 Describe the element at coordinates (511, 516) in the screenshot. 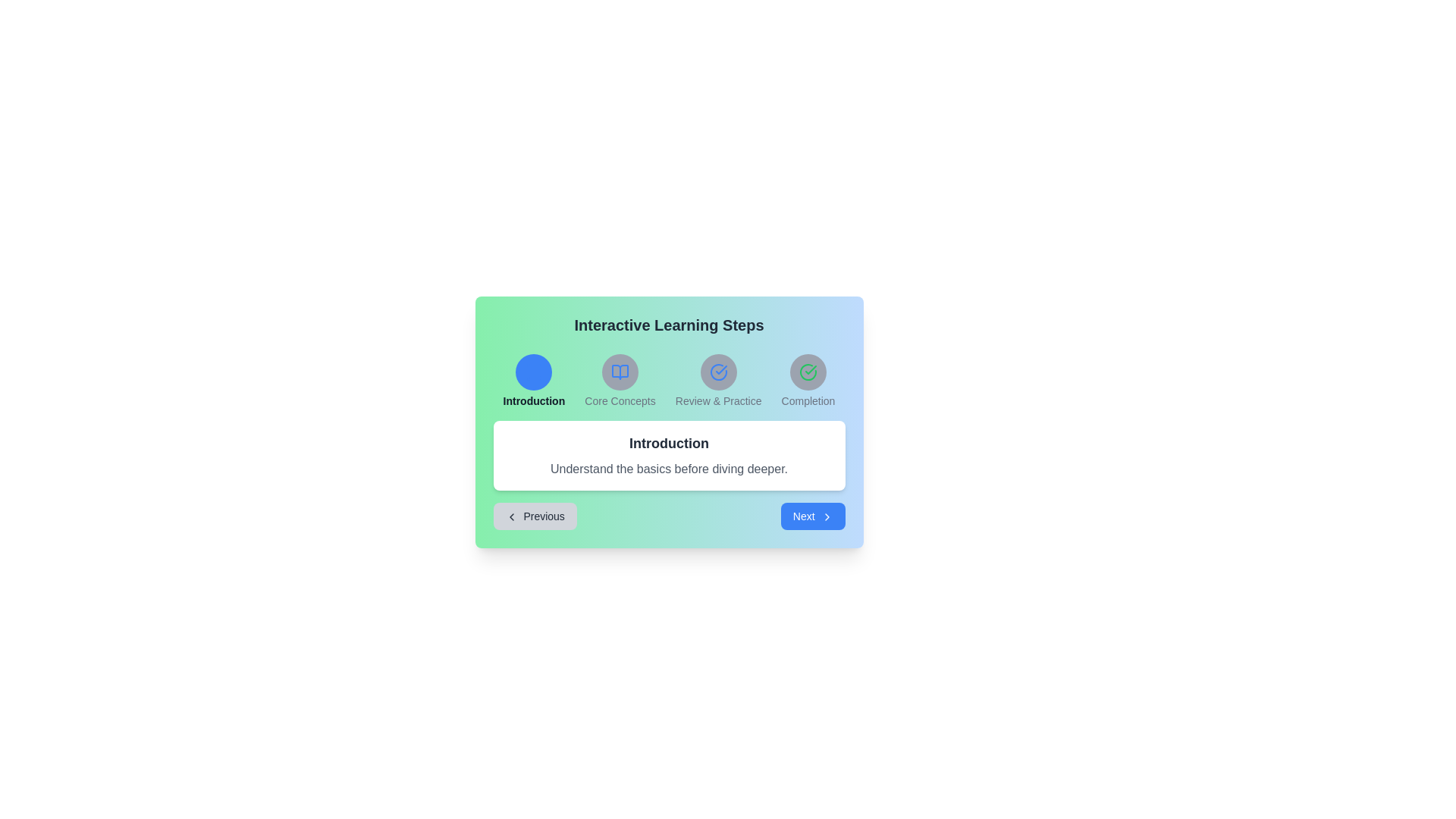

I see `the left-pointing navigational icon located within the 'Previous' button at the bottom-left corner of the card interface` at that location.